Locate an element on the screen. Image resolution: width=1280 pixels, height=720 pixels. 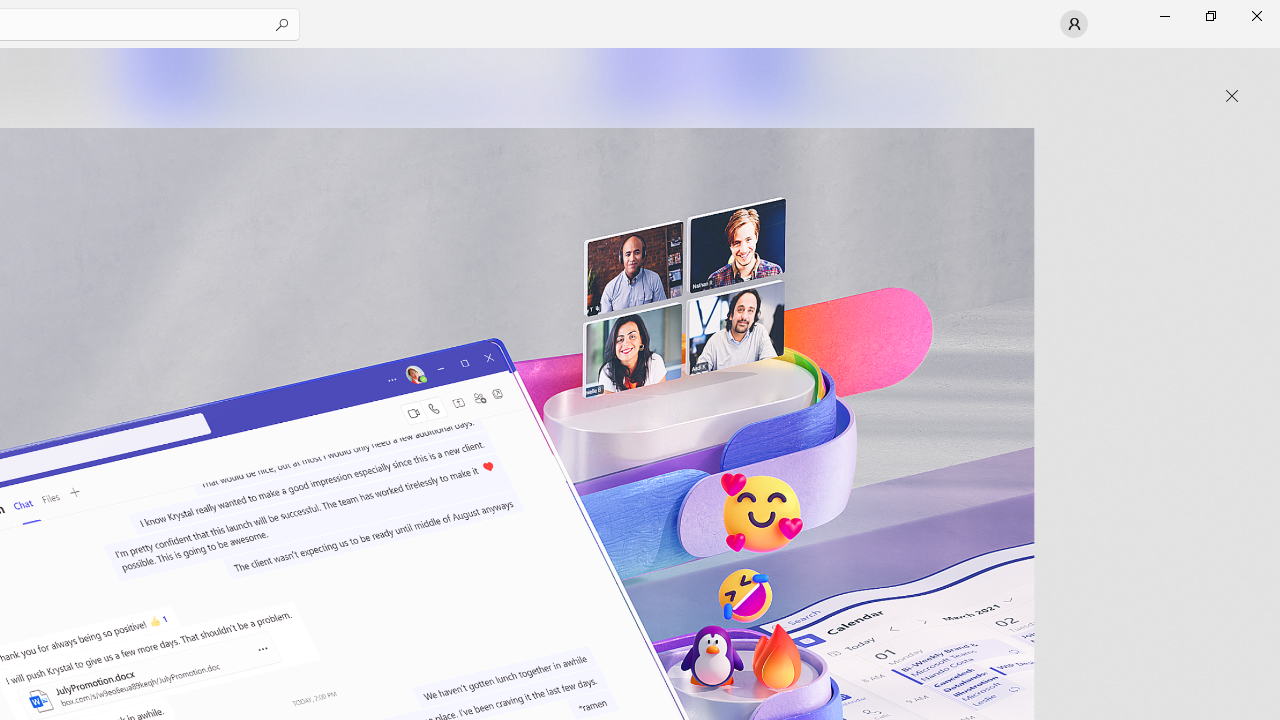
'User profile' is located at coordinates (1072, 24).